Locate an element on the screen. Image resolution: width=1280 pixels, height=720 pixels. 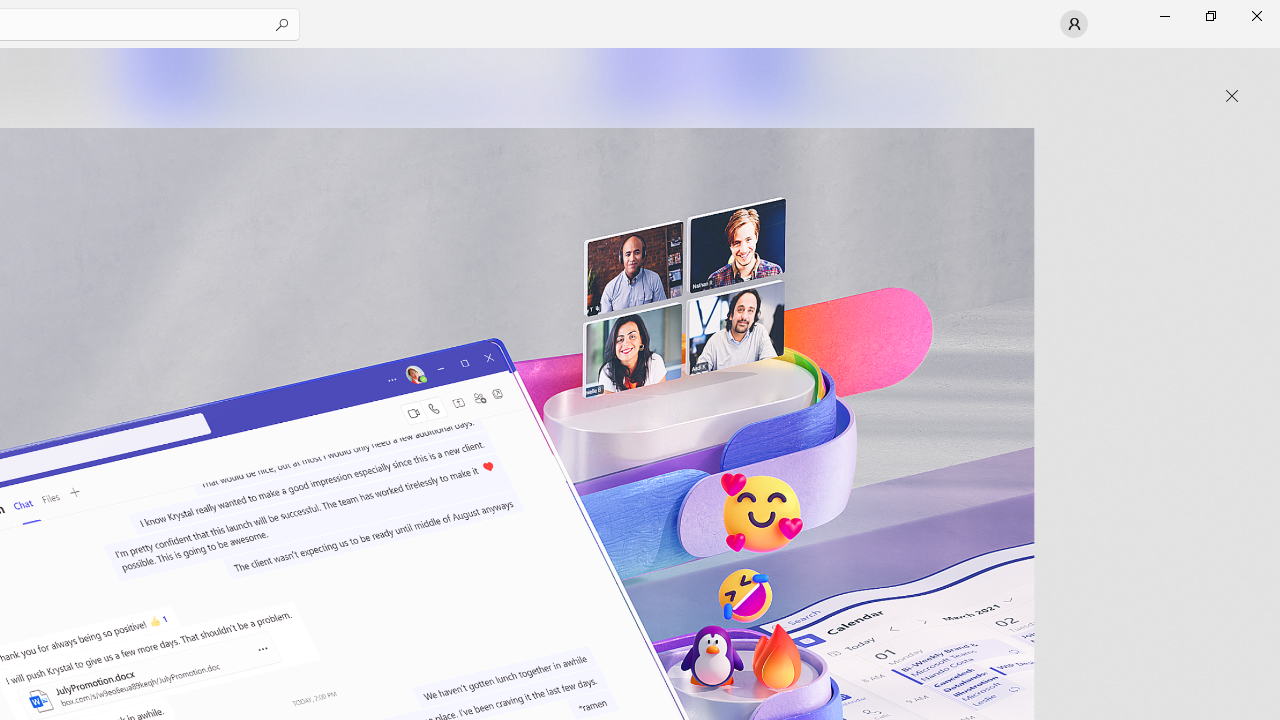
'User profile' is located at coordinates (1072, 24).